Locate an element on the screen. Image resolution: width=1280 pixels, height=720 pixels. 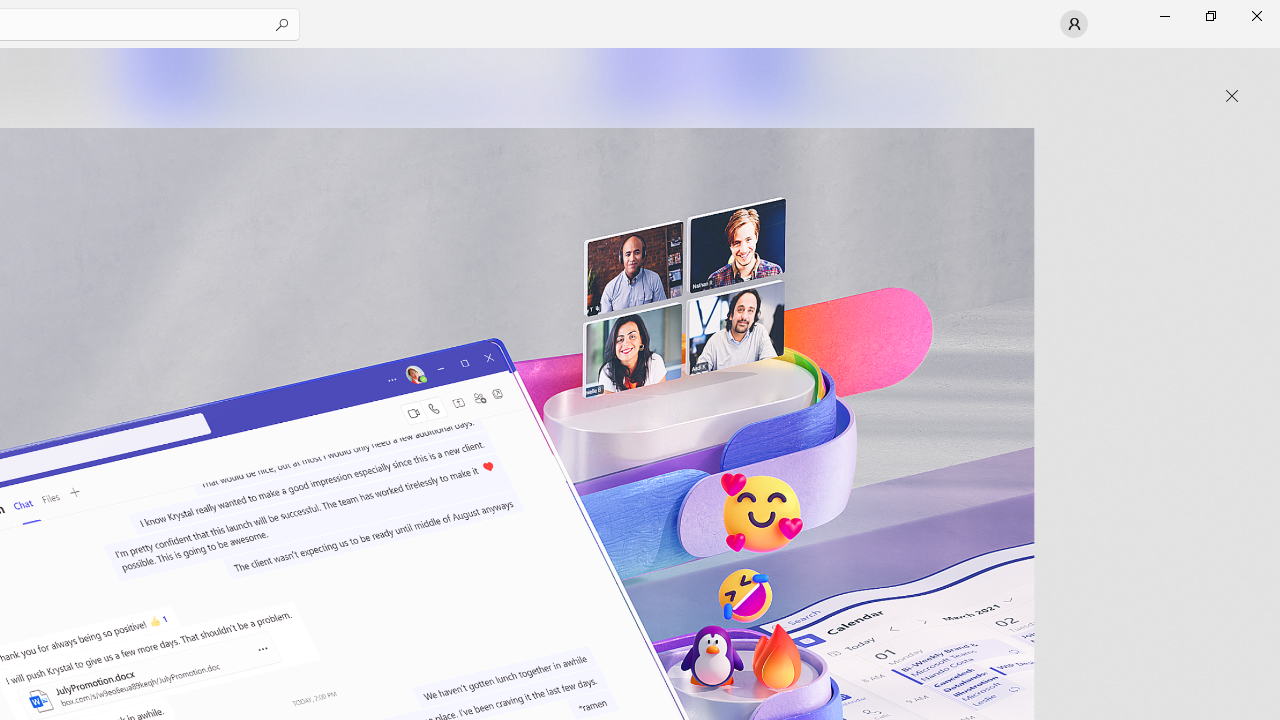
'User profile' is located at coordinates (1072, 24).